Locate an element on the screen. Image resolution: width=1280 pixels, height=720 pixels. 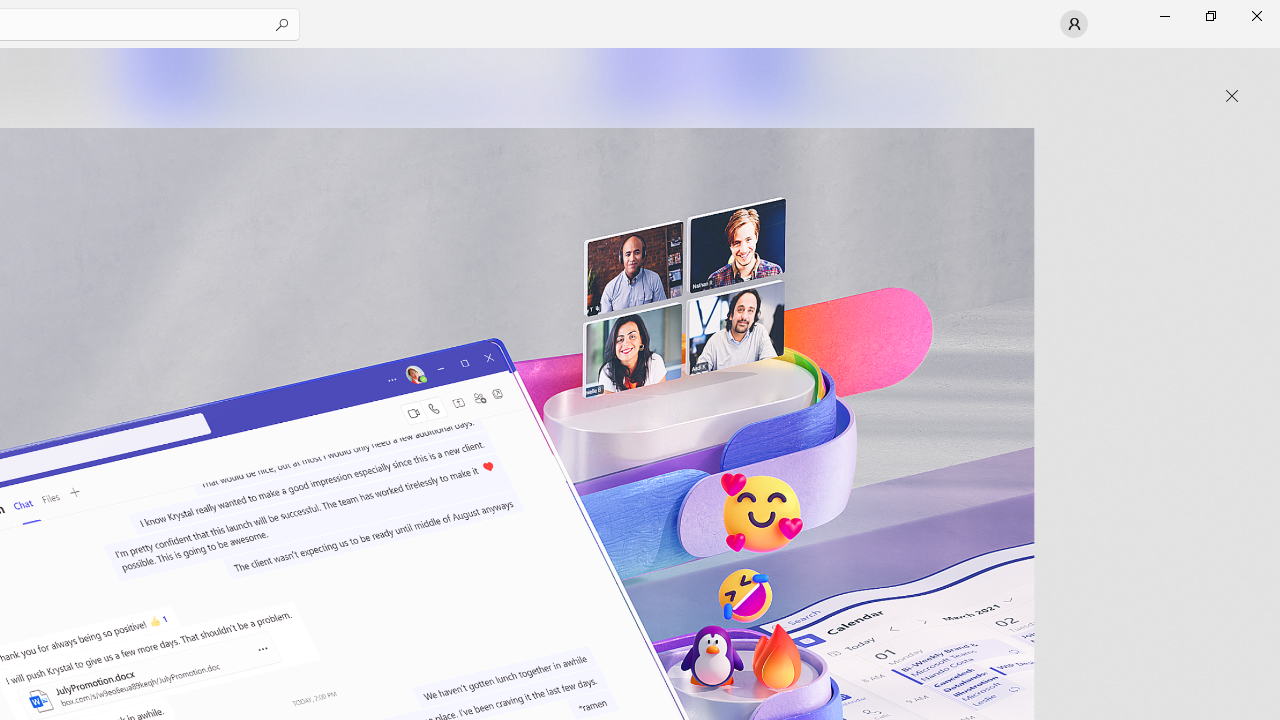
'User profile' is located at coordinates (1072, 24).